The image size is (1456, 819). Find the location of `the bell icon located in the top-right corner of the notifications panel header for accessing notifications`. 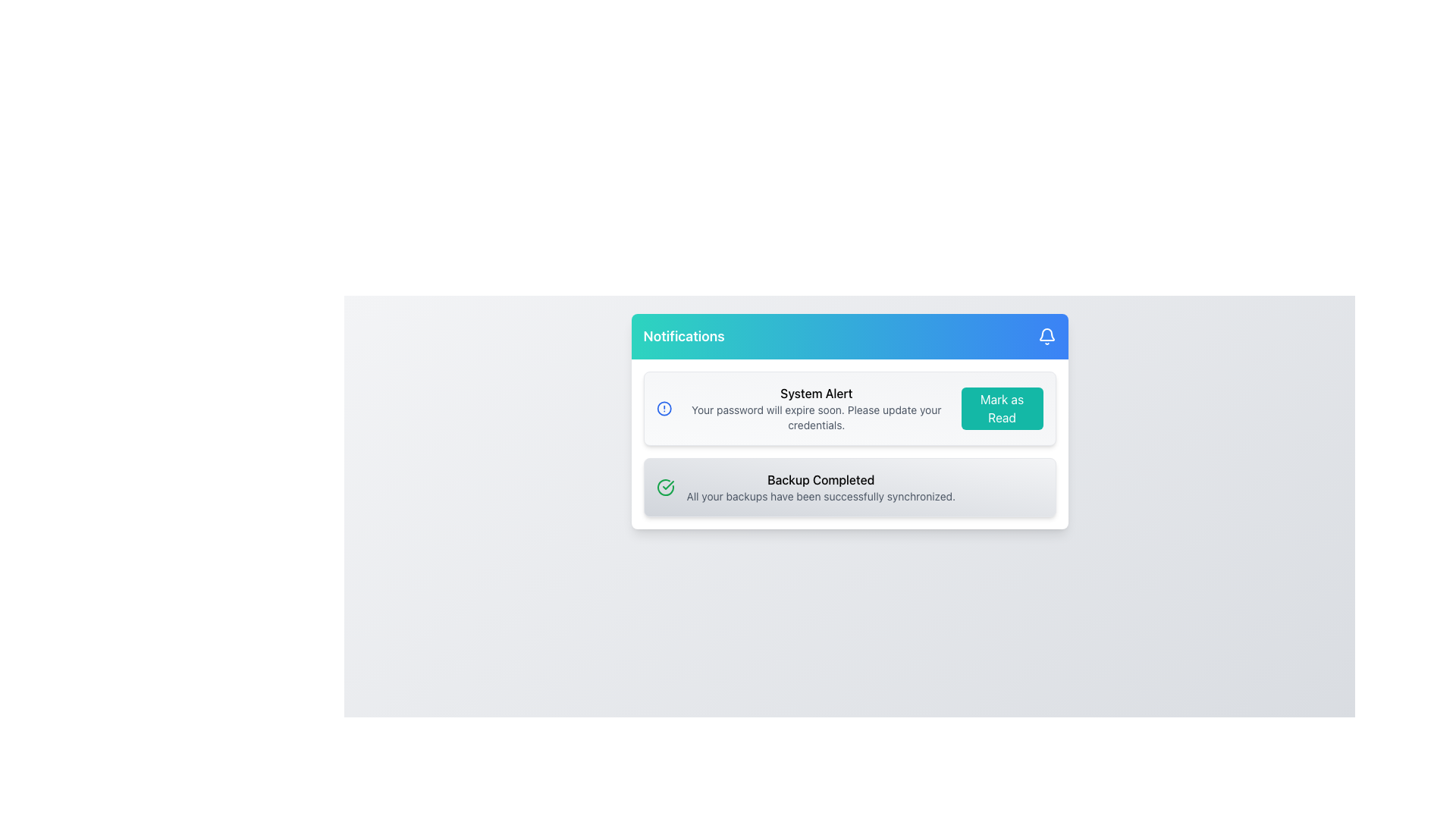

the bell icon located in the top-right corner of the notifications panel header for accessing notifications is located at coordinates (1046, 335).